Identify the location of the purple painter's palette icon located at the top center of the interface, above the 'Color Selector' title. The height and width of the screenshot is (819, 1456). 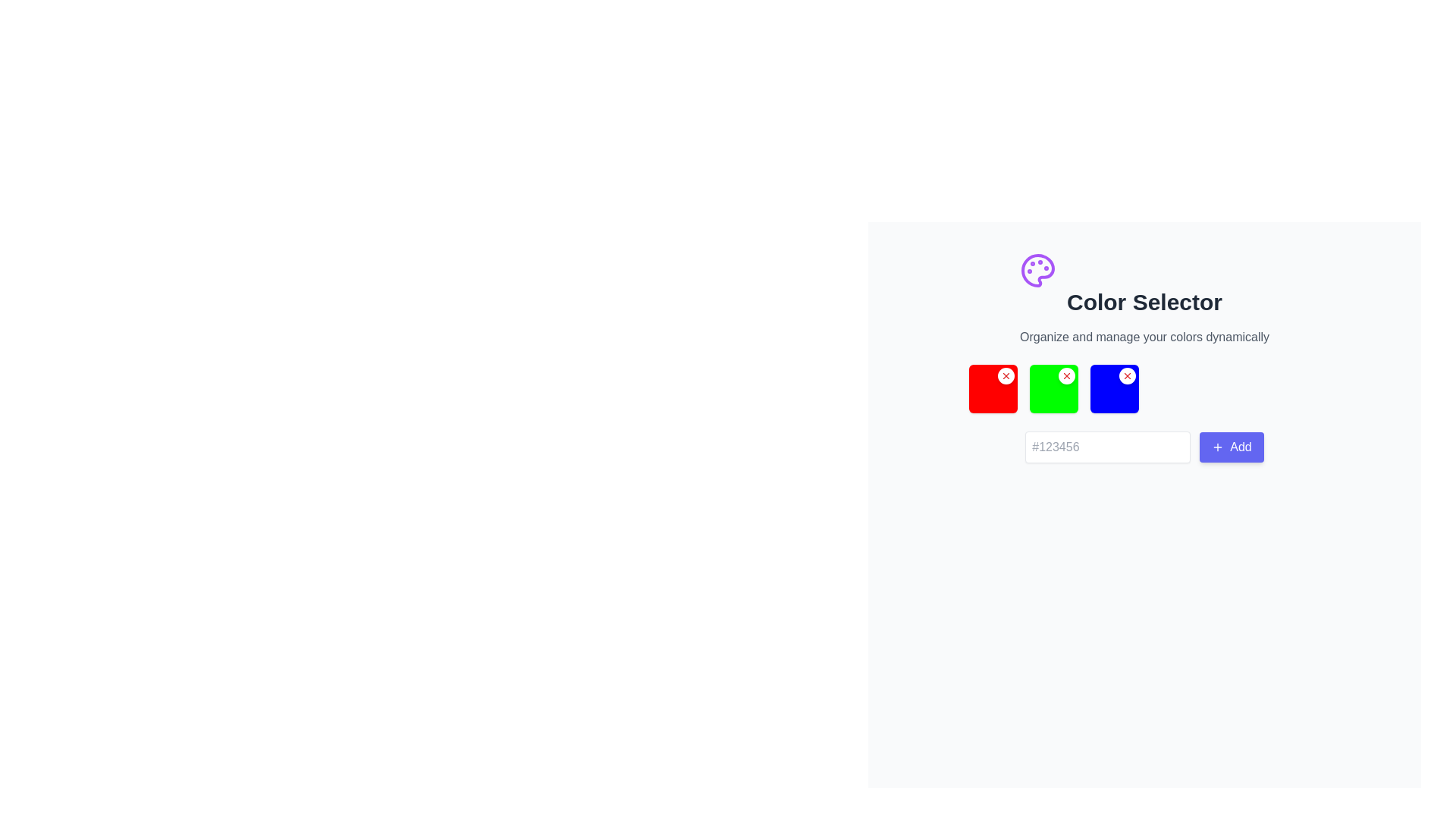
(1037, 270).